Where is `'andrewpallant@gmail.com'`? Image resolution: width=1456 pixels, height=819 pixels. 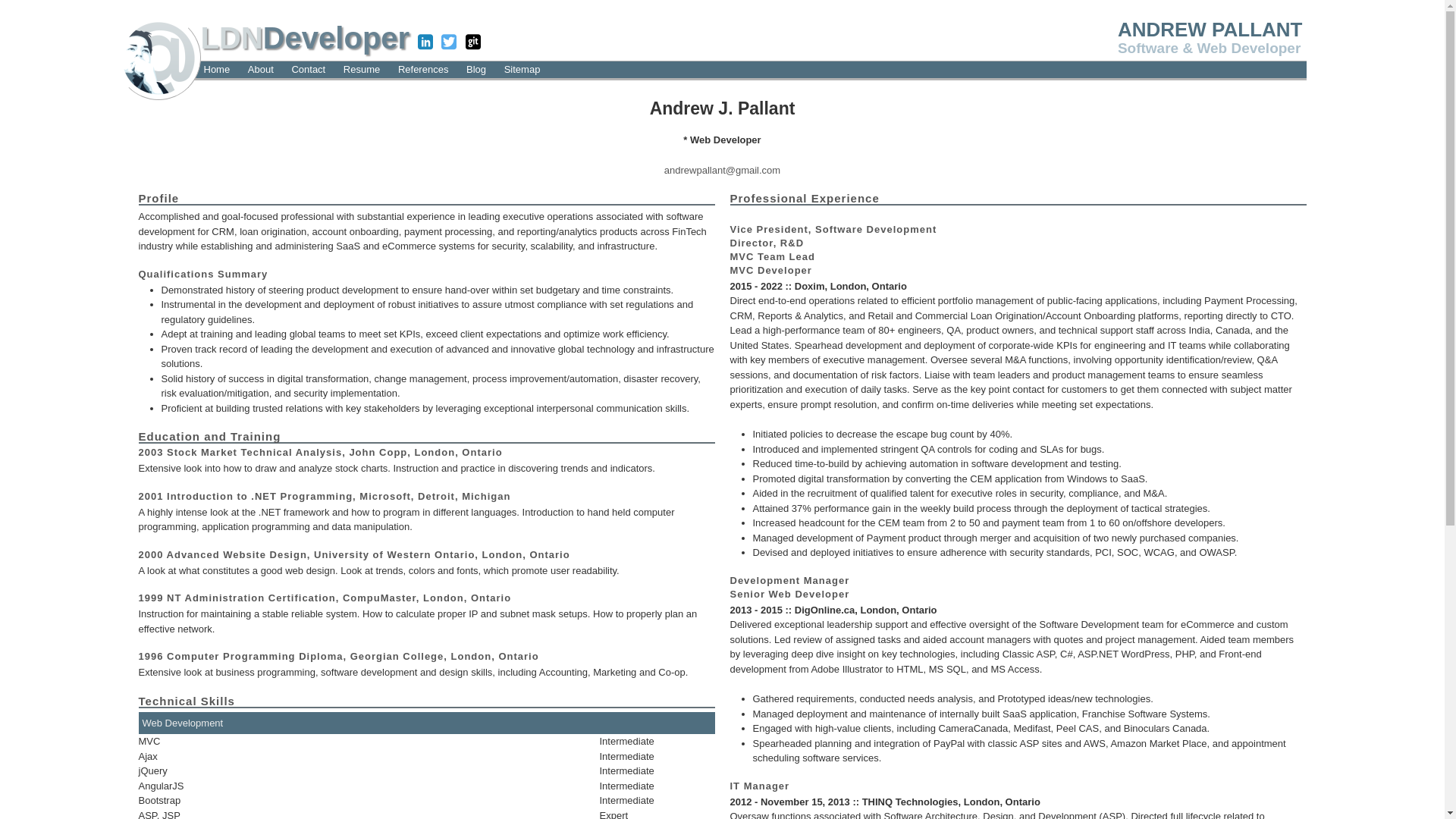 'andrewpallant@gmail.com' is located at coordinates (721, 169).